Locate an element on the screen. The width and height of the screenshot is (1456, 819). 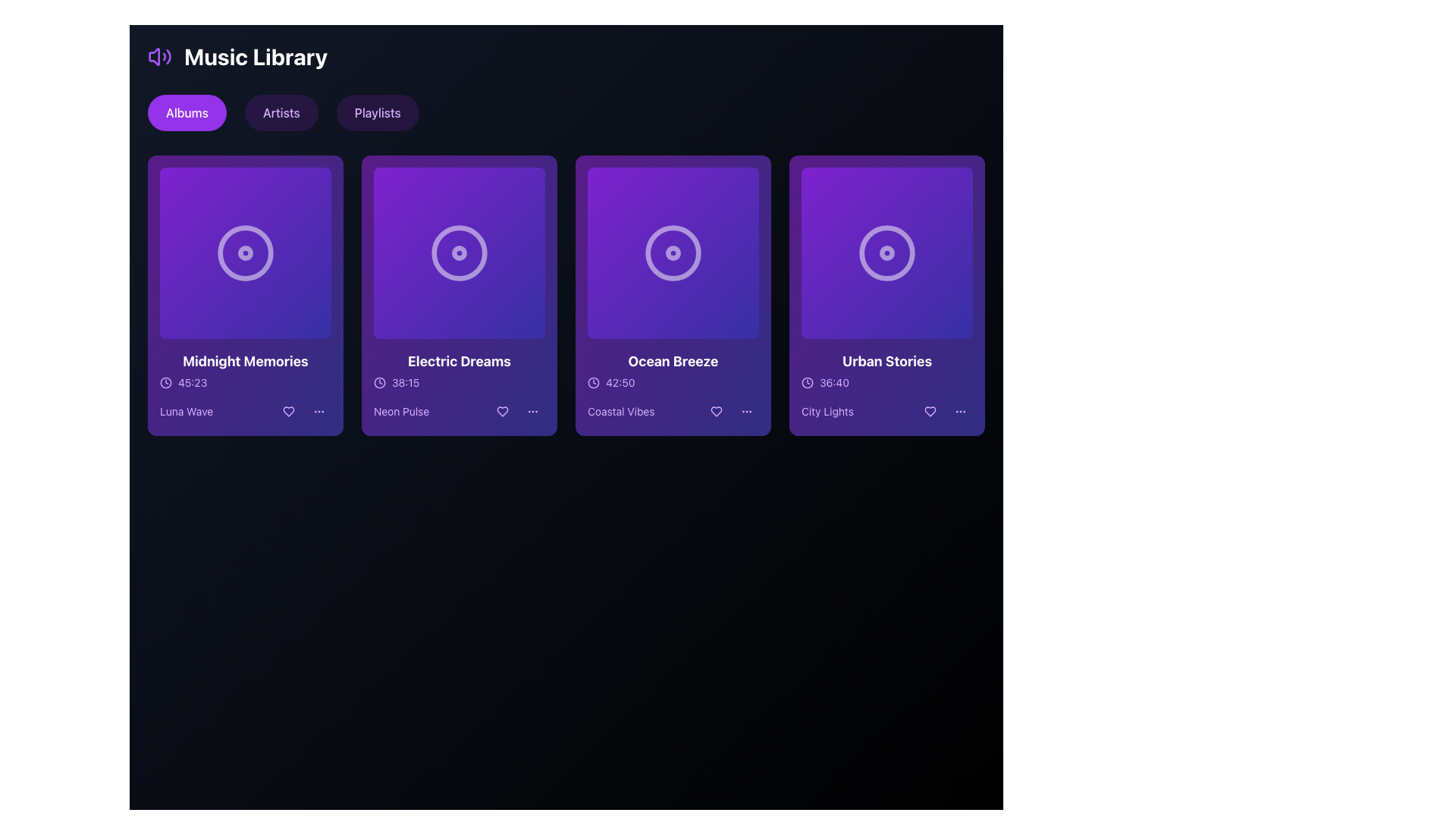
the central graphical circle element located in the 'Electric Dreams' card section, which represents the focal point of the circular design is located at coordinates (458, 253).